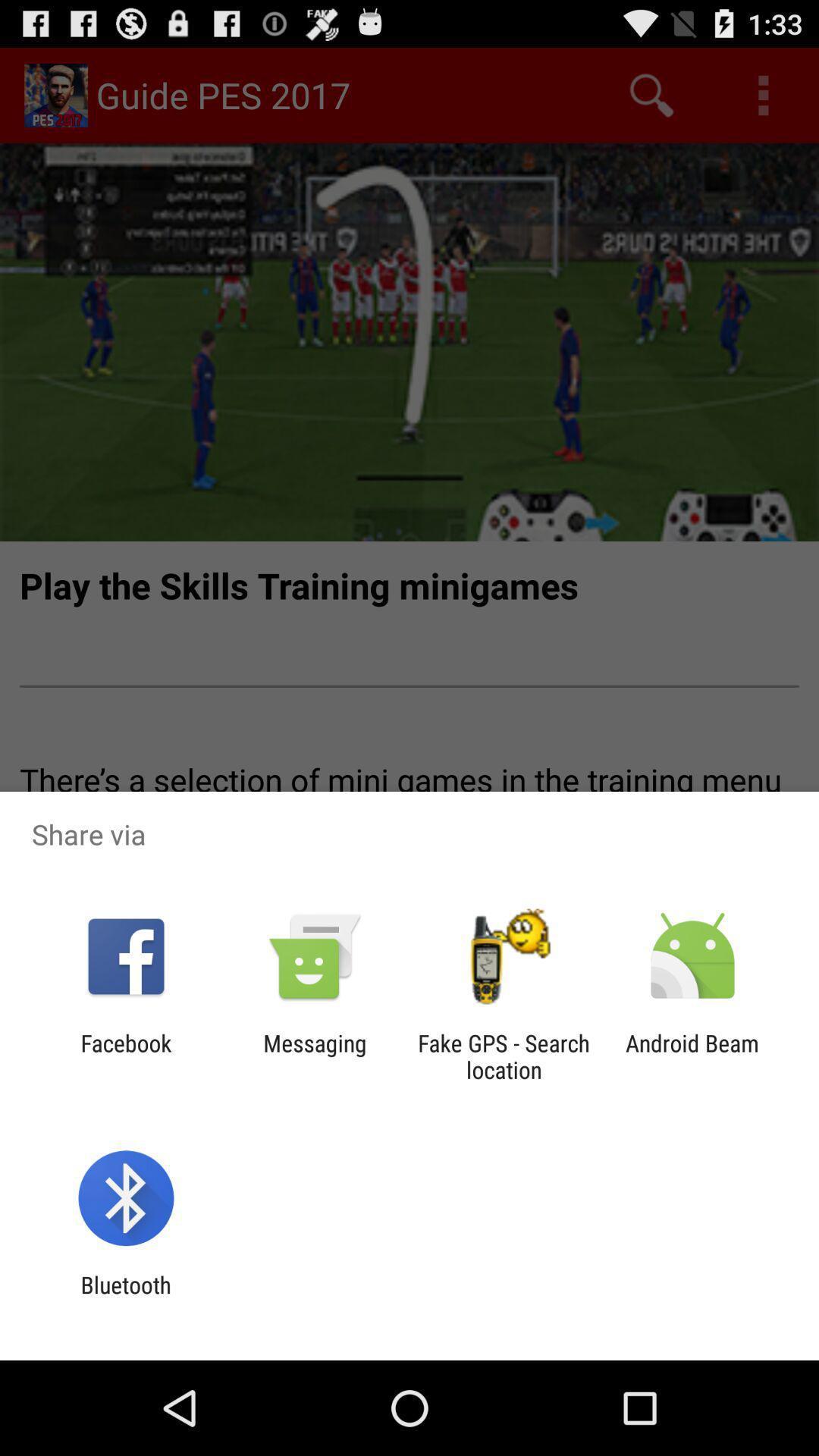  Describe the element at coordinates (314, 1056) in the screenshot. I see `icon to the left of fake gps search item` at that location.